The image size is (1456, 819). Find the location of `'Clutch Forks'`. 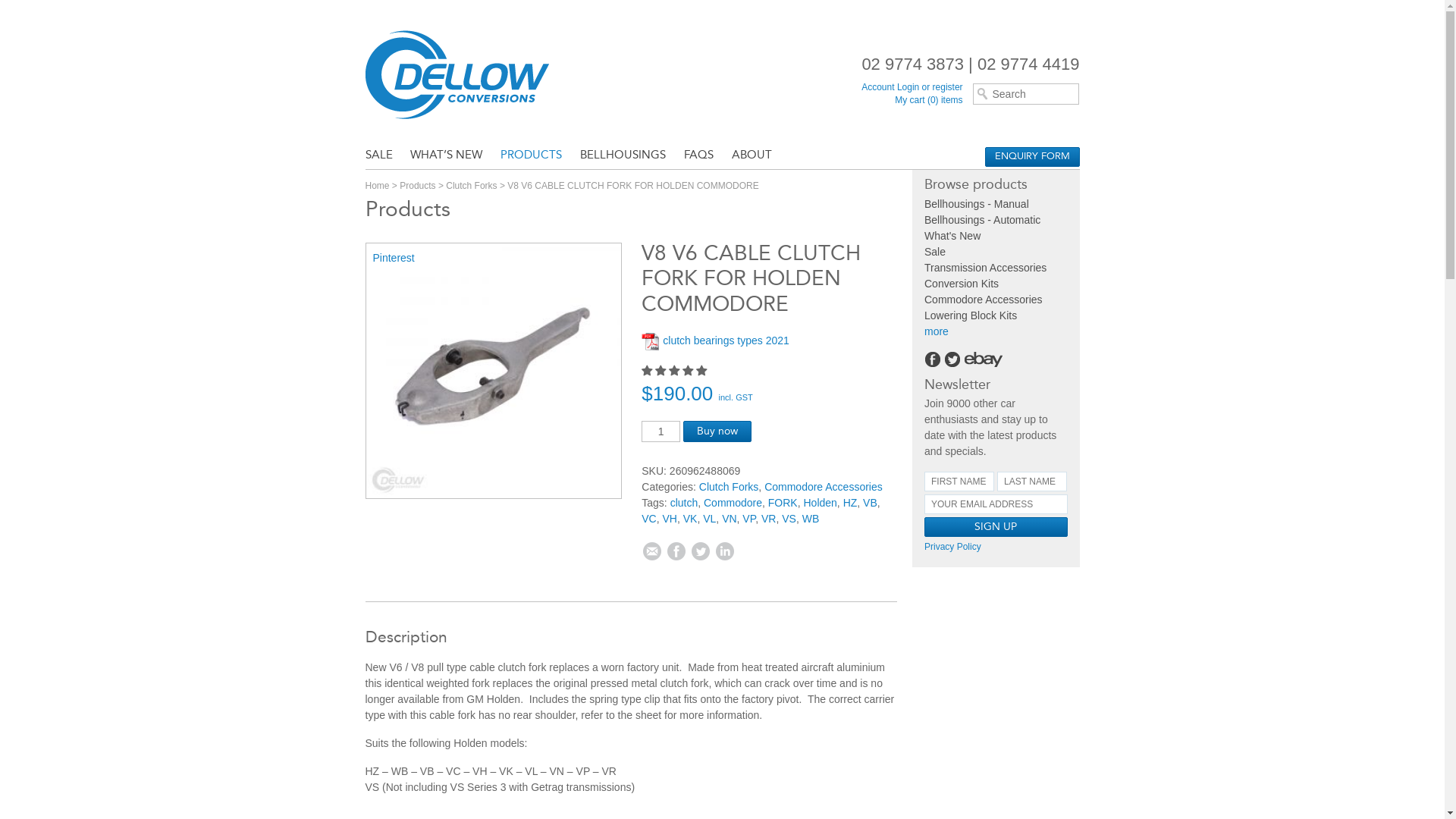

'Clutch Forks' is located at coordinates (470, 185).